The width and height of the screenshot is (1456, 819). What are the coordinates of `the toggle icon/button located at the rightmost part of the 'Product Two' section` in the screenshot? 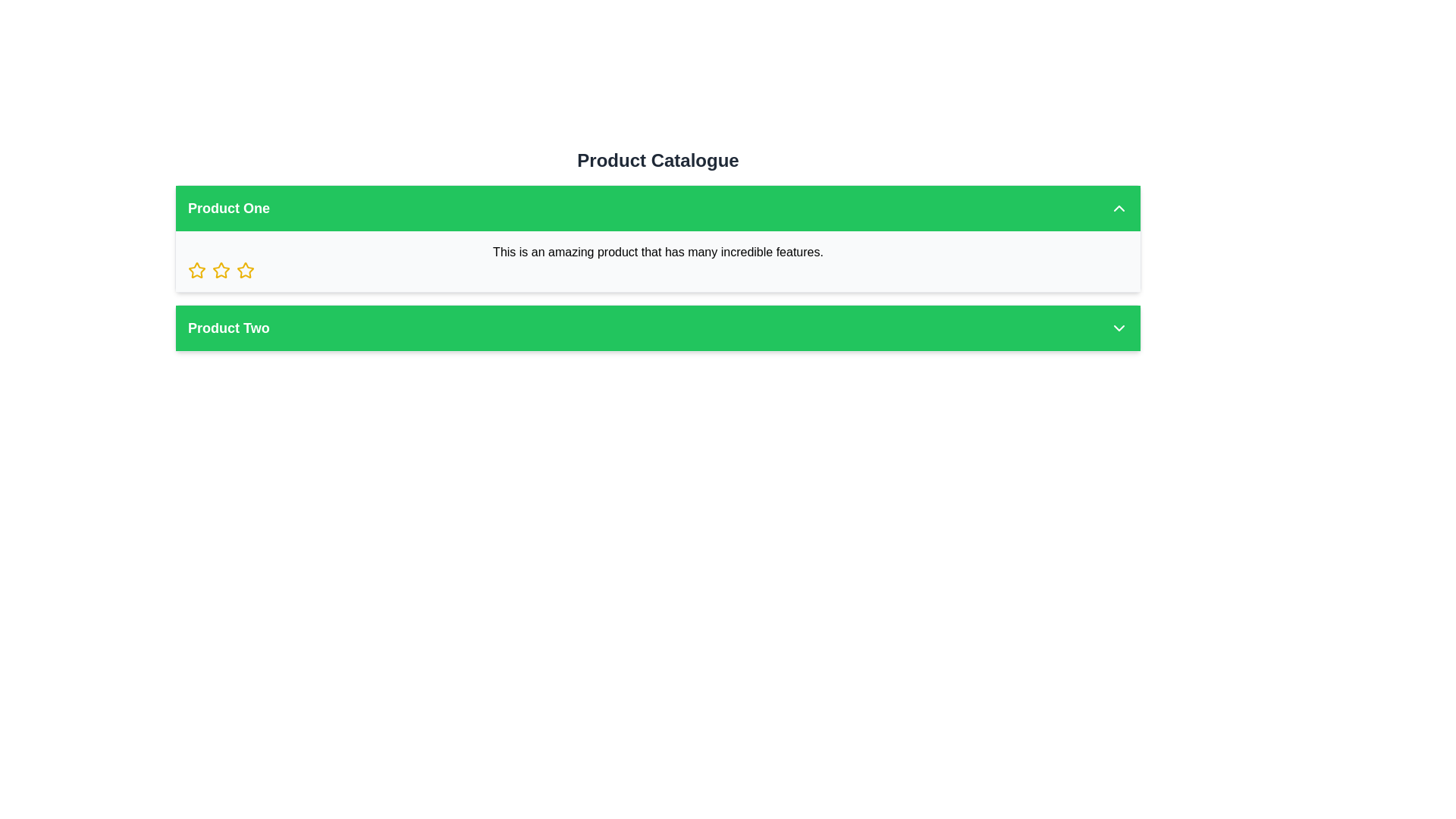 It's located at (1119, 327).